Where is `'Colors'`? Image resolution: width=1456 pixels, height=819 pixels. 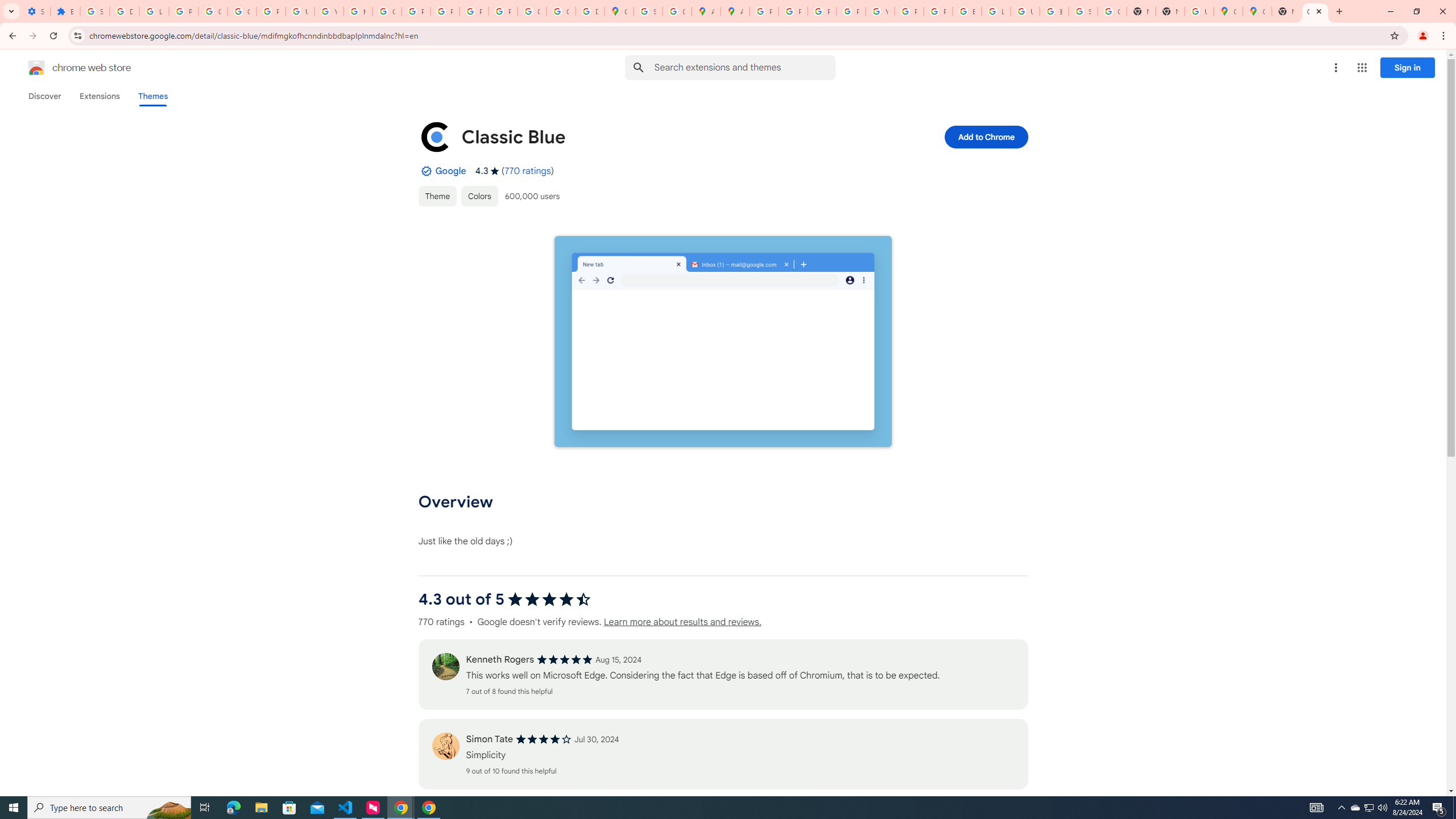
'Colors' is located at coordinates (479, 196).